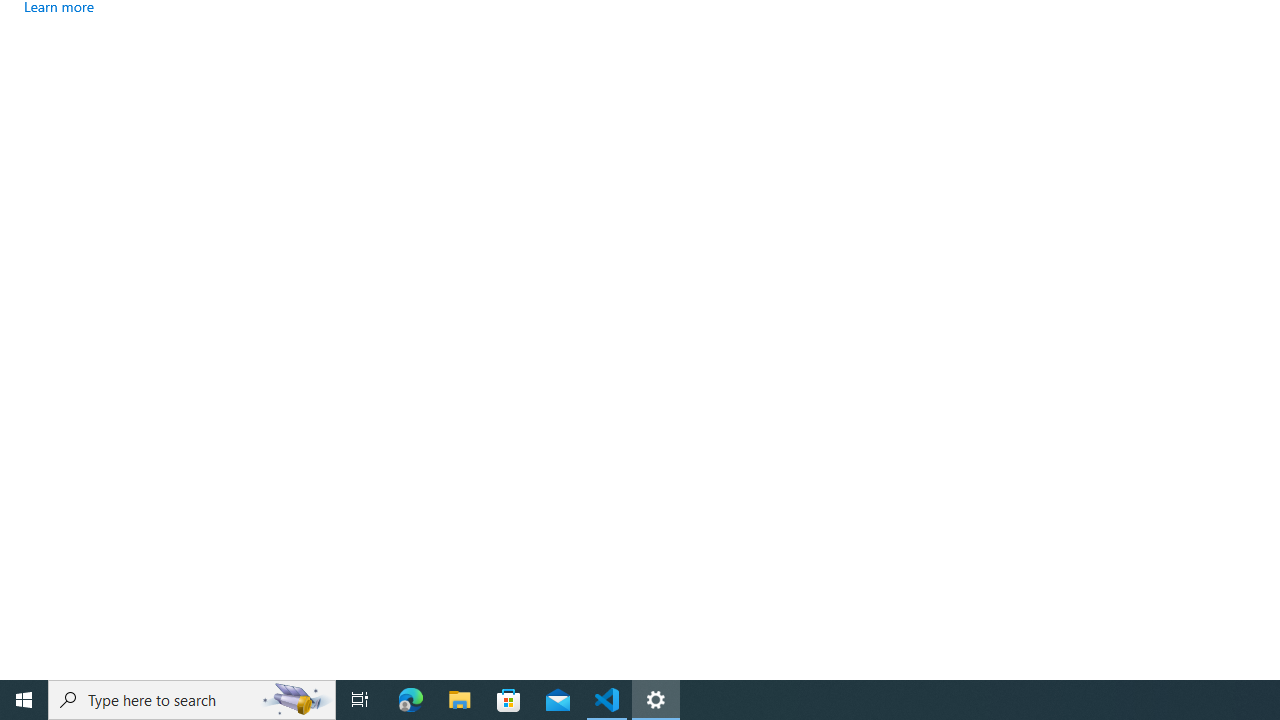  What do you see at coordinates (410, 698) in the screenshot?
I see `'Microsoft Edge'` at bounding box center [410, 698].